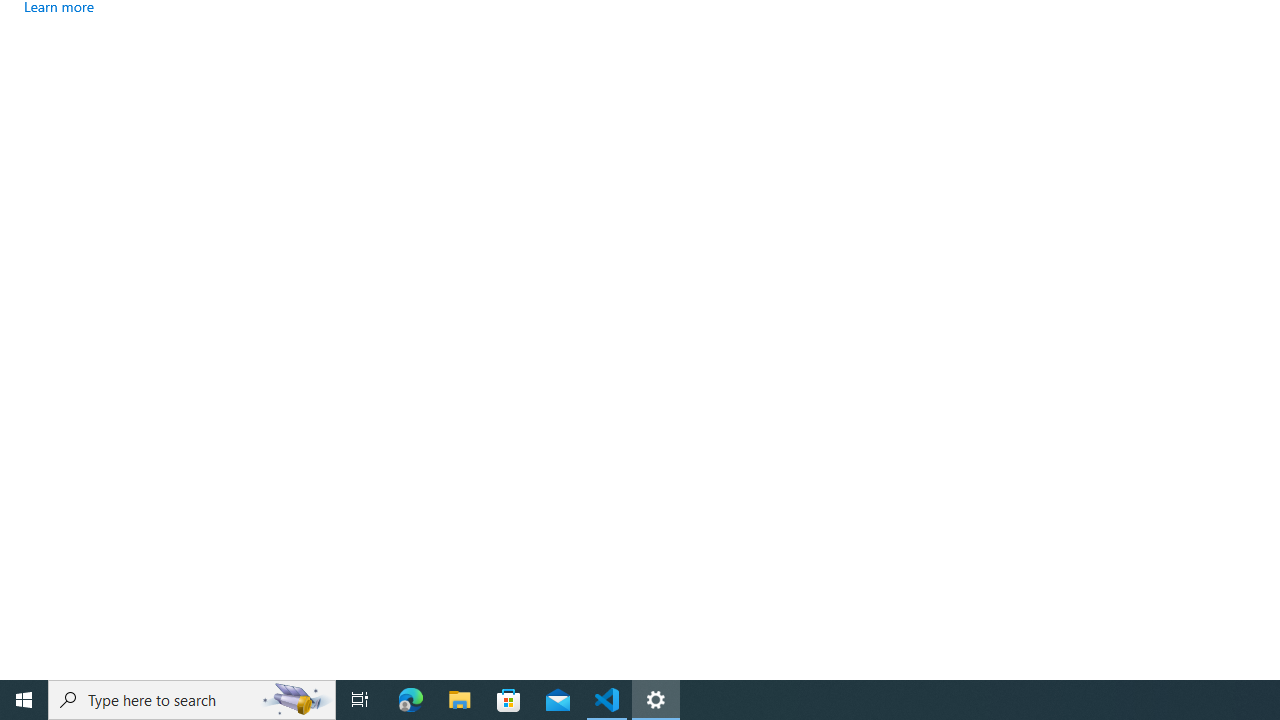  What do you see at coordinates (410, 698) in the screenshot?
I see `'Microsoft Edge'` at bounding box center [410, 698].